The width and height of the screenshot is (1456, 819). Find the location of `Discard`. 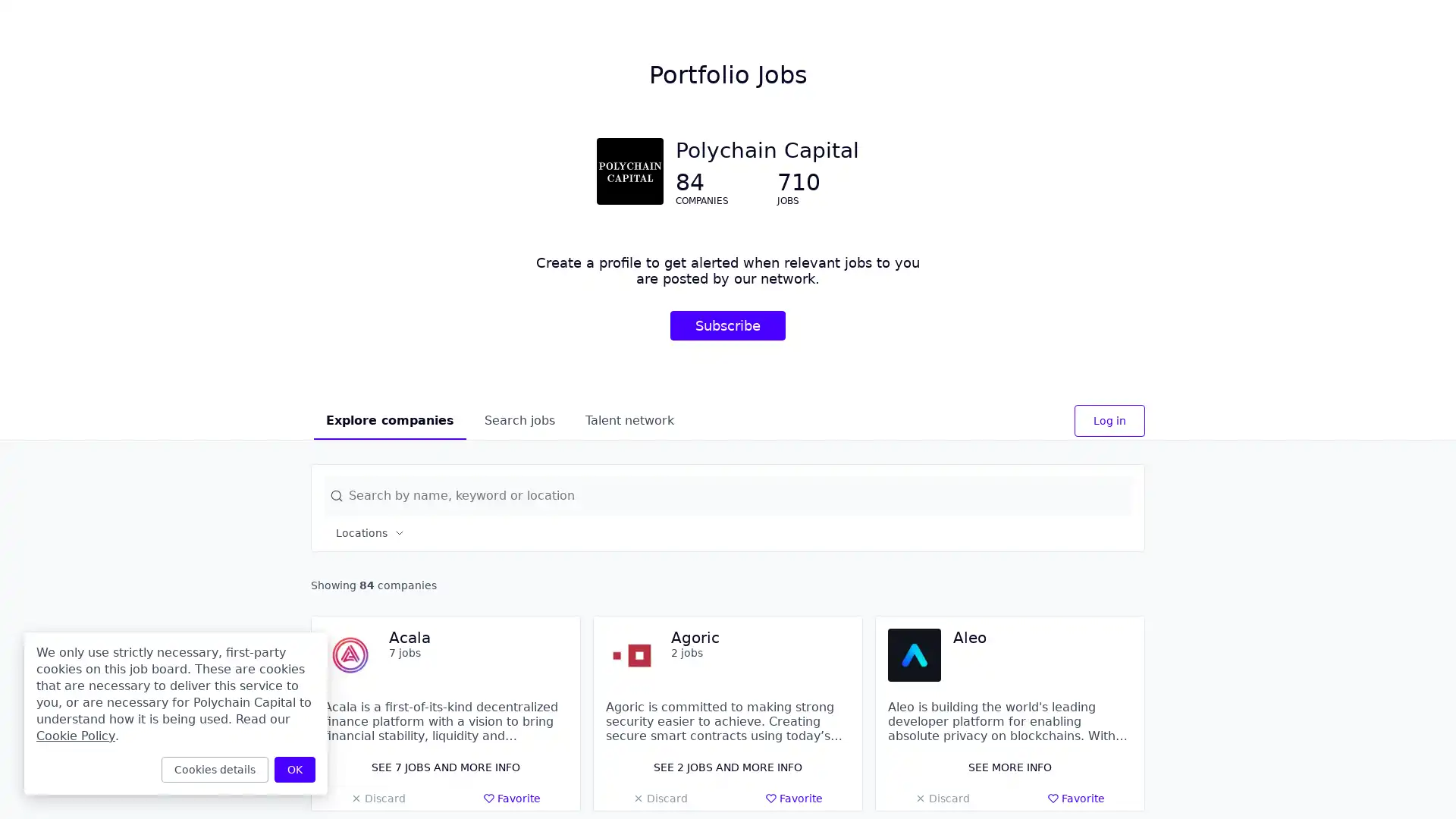

Discard is located at coordinates (941, 798).